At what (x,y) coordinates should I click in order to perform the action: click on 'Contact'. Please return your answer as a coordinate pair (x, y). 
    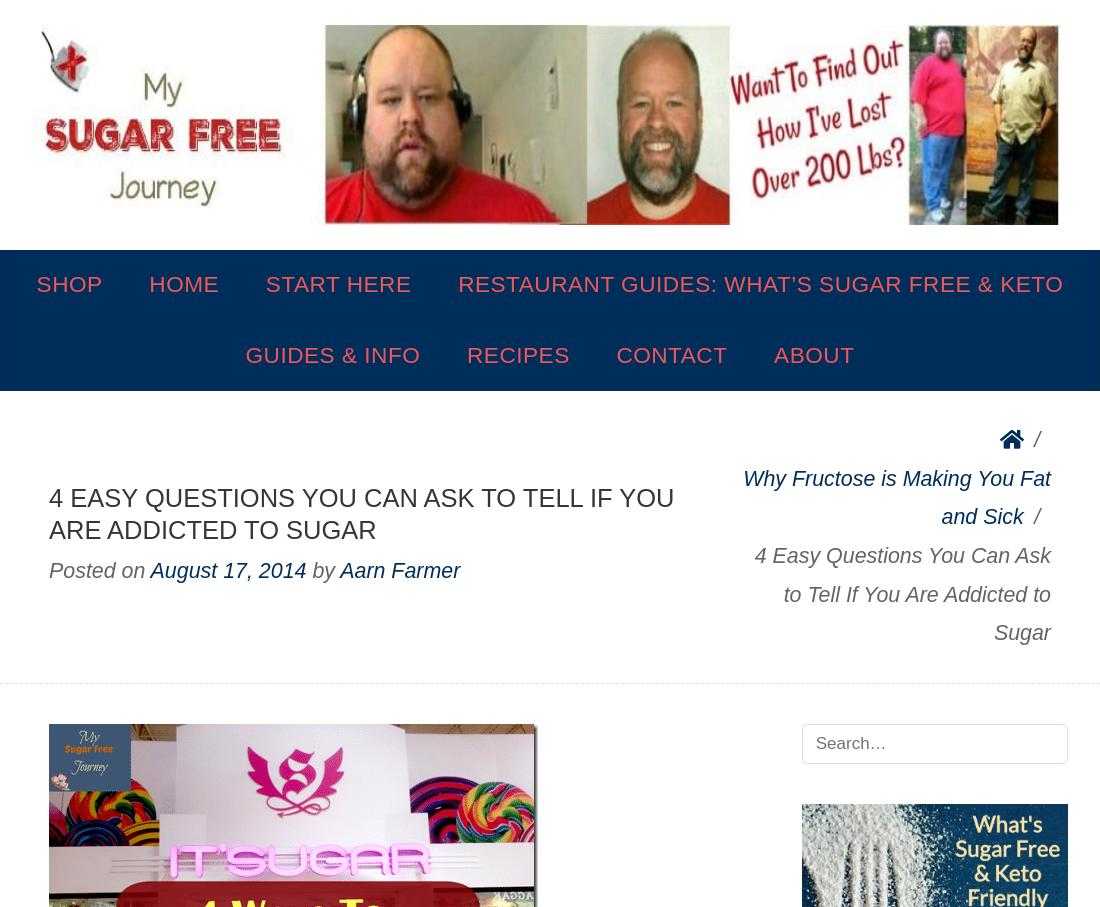
    Looking at the image, I should click on (671, 353).